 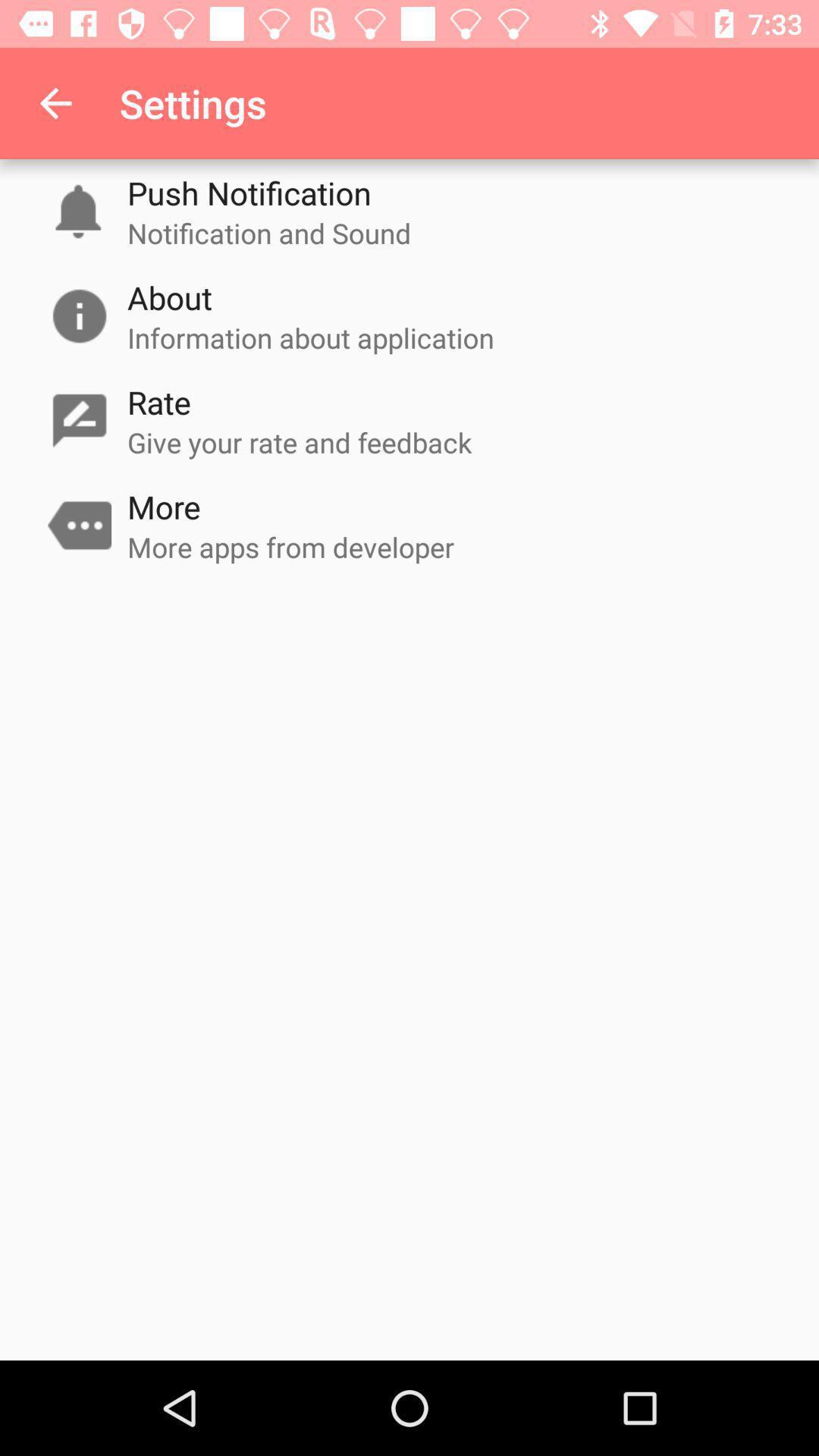 I want to click on item below settings app, so click(x=248, y=192).